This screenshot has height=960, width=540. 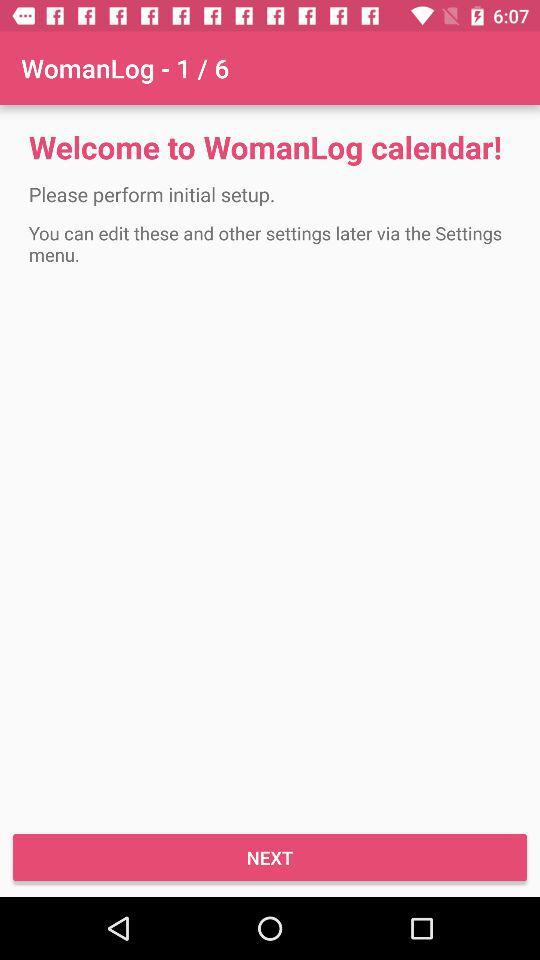 What do you see at coordinates (270, 856) in the screenshot?
I see `the item below the you can edit item` at bounding box center [270, 856].